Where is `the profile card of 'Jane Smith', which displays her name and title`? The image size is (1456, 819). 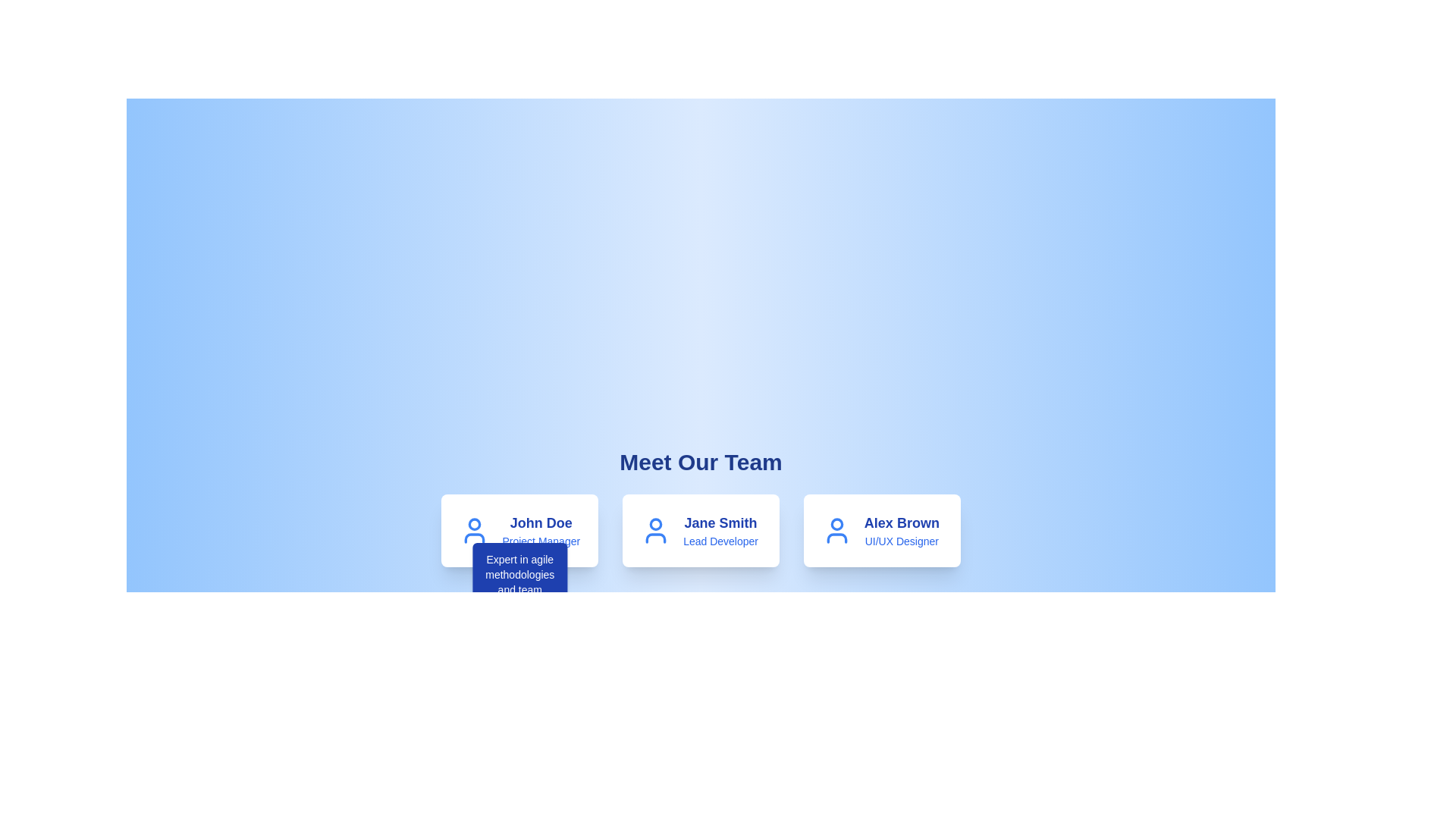
the profile card of 'Jane Smith', which displays her name and title is located at coordinates (700, 529).